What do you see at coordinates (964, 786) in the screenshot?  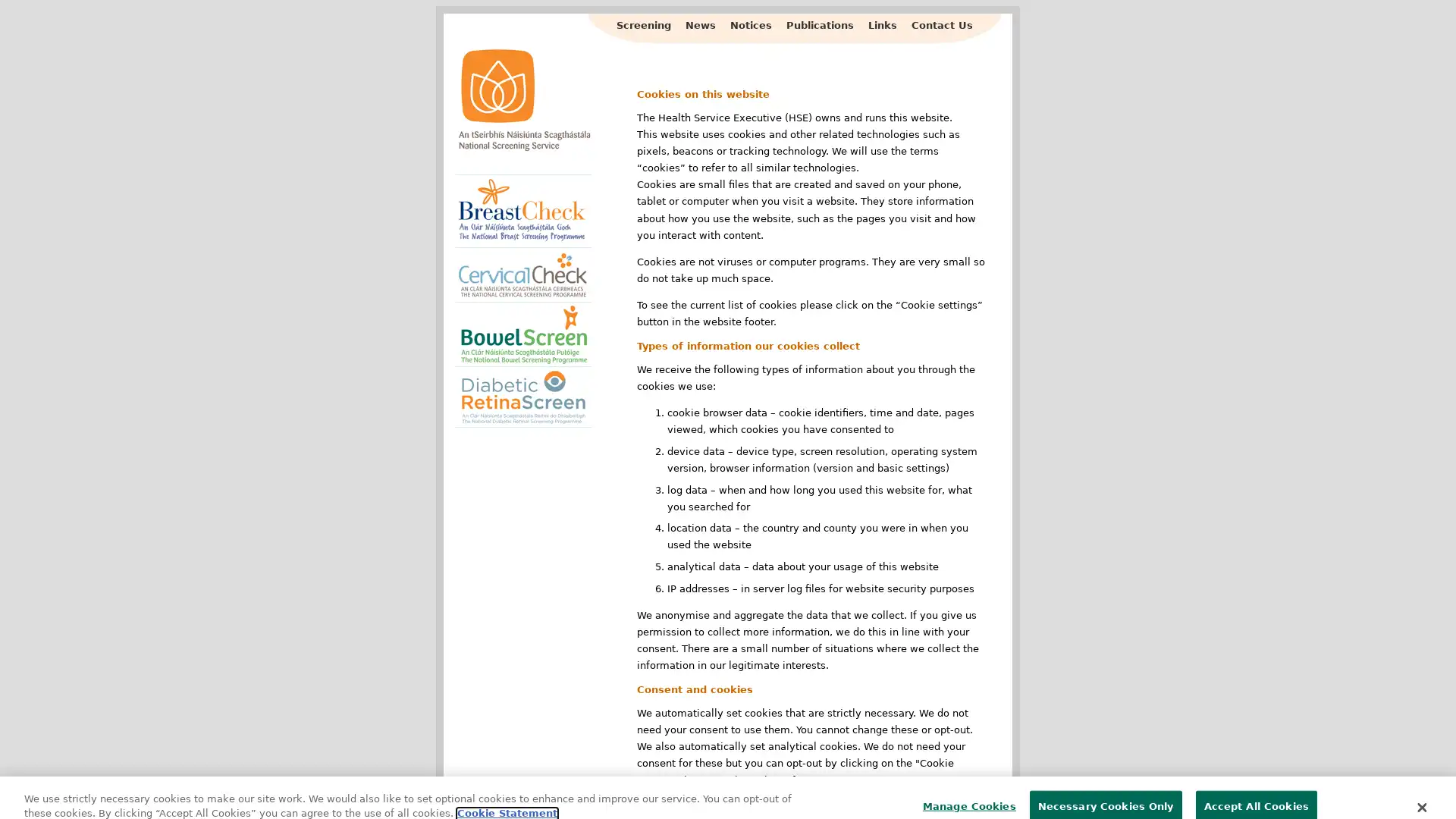 I see `Manage Cookies` at bounding box center [964, 786].